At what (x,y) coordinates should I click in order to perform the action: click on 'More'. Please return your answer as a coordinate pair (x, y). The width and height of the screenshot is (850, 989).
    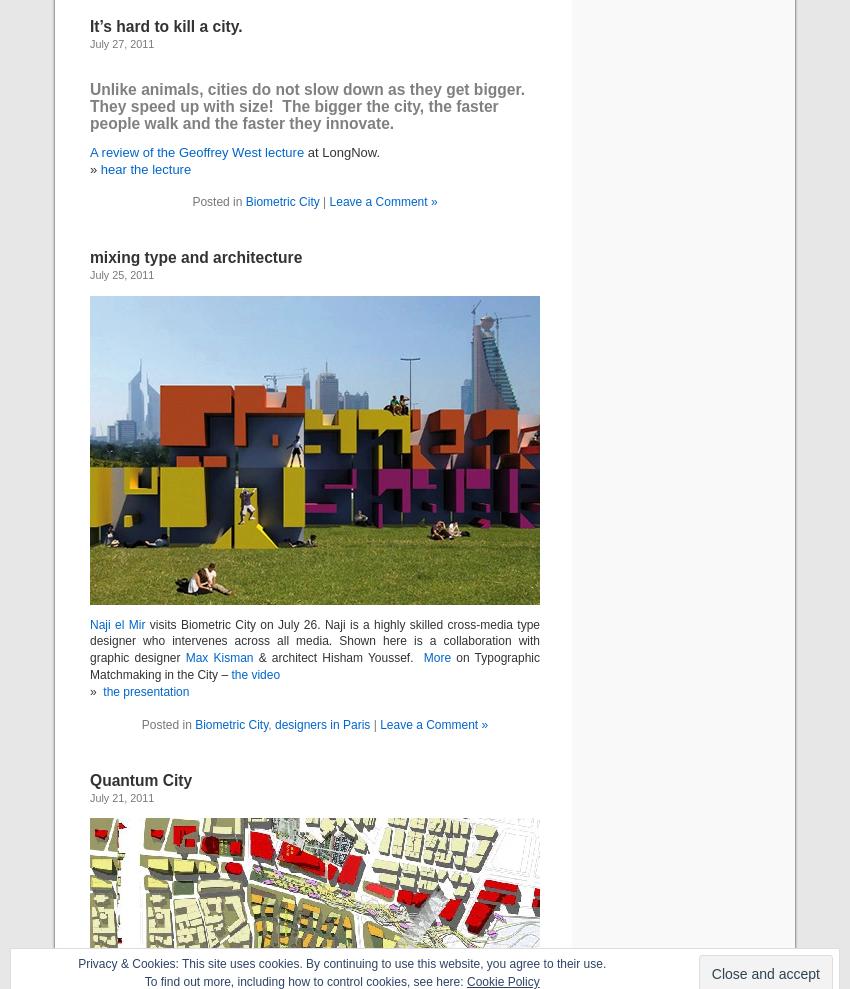
    Looking at the image, I should click on (435, 657).